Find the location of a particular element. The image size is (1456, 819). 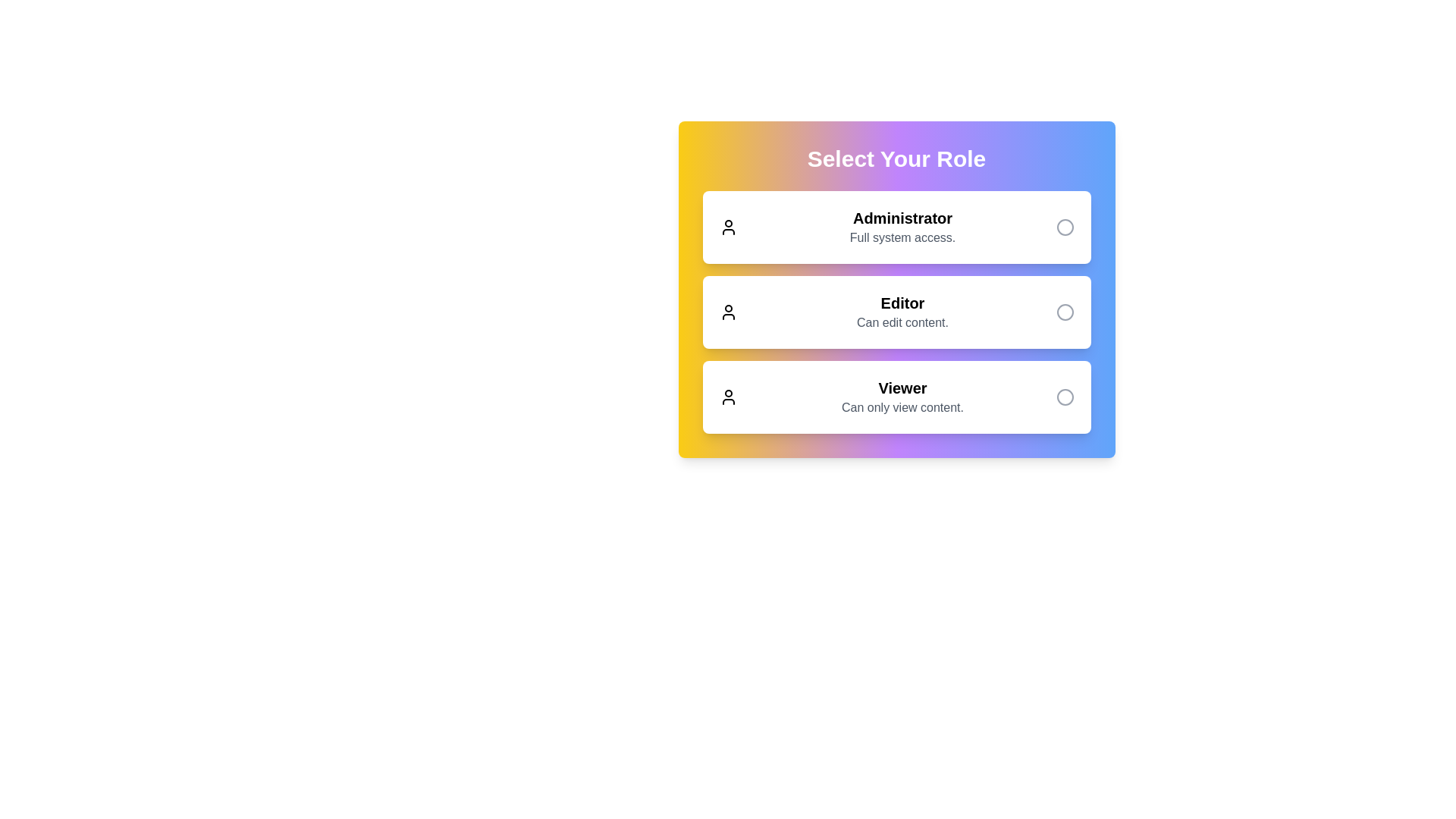

the informational static text located directly below the 'Editor' role in the role selection card, which is the second card from the top in the vertically arranged list is located at coordinates (902, 322).